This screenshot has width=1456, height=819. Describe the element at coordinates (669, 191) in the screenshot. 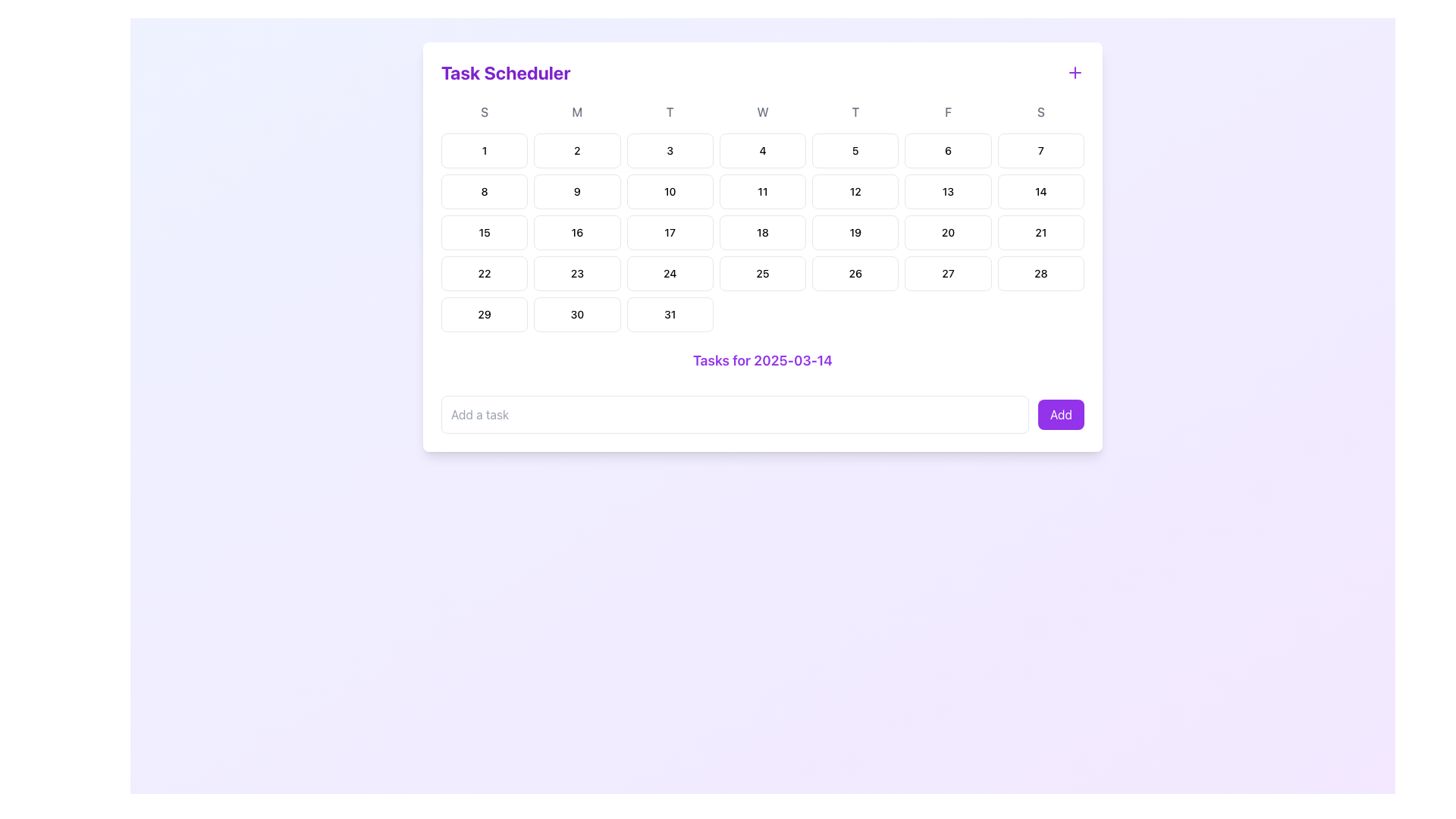

I see `the date selector button representing the date '10'` at that location.